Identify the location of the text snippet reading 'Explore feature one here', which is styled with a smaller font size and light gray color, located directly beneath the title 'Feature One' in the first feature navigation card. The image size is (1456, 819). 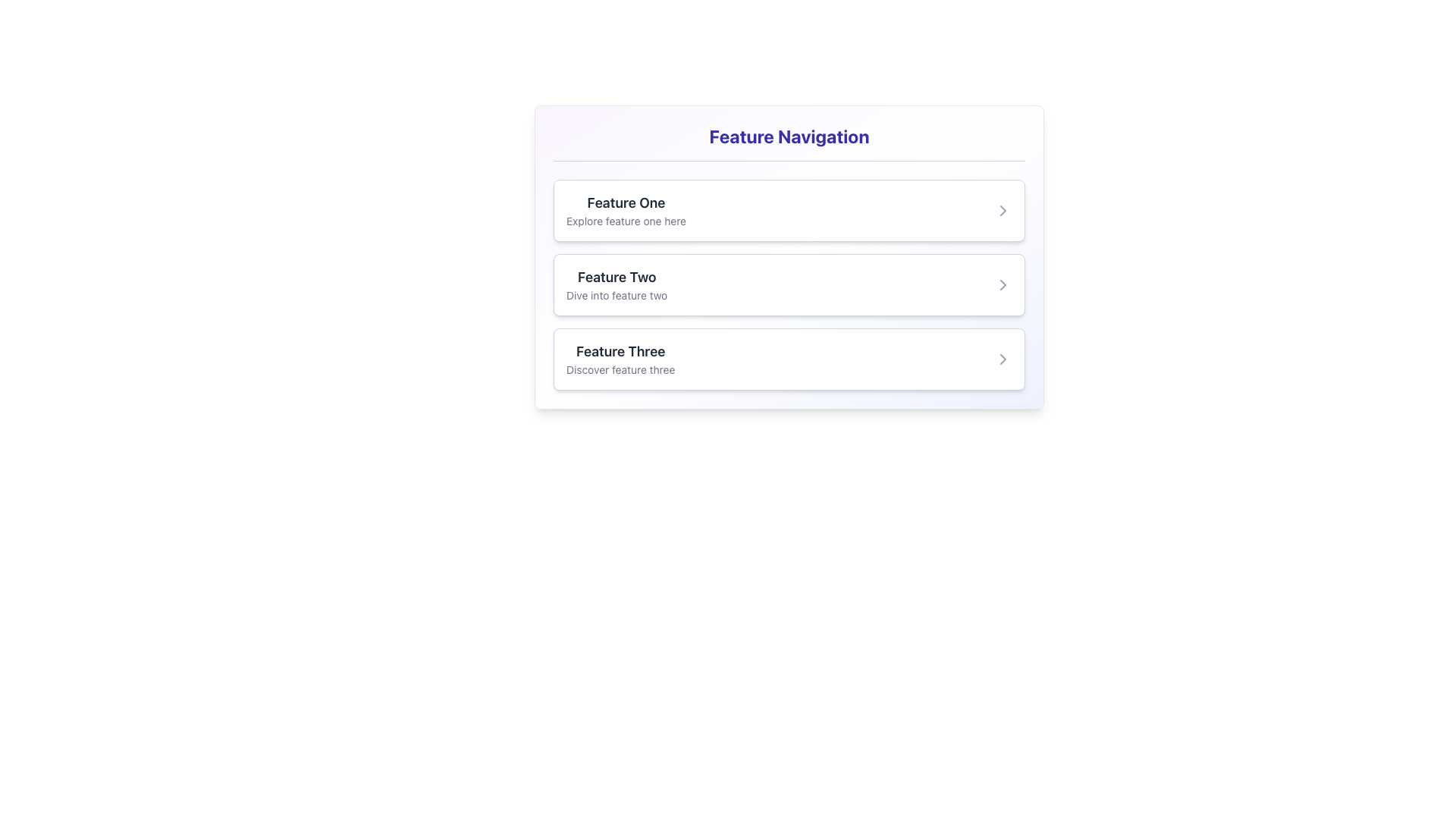
(626, 221).